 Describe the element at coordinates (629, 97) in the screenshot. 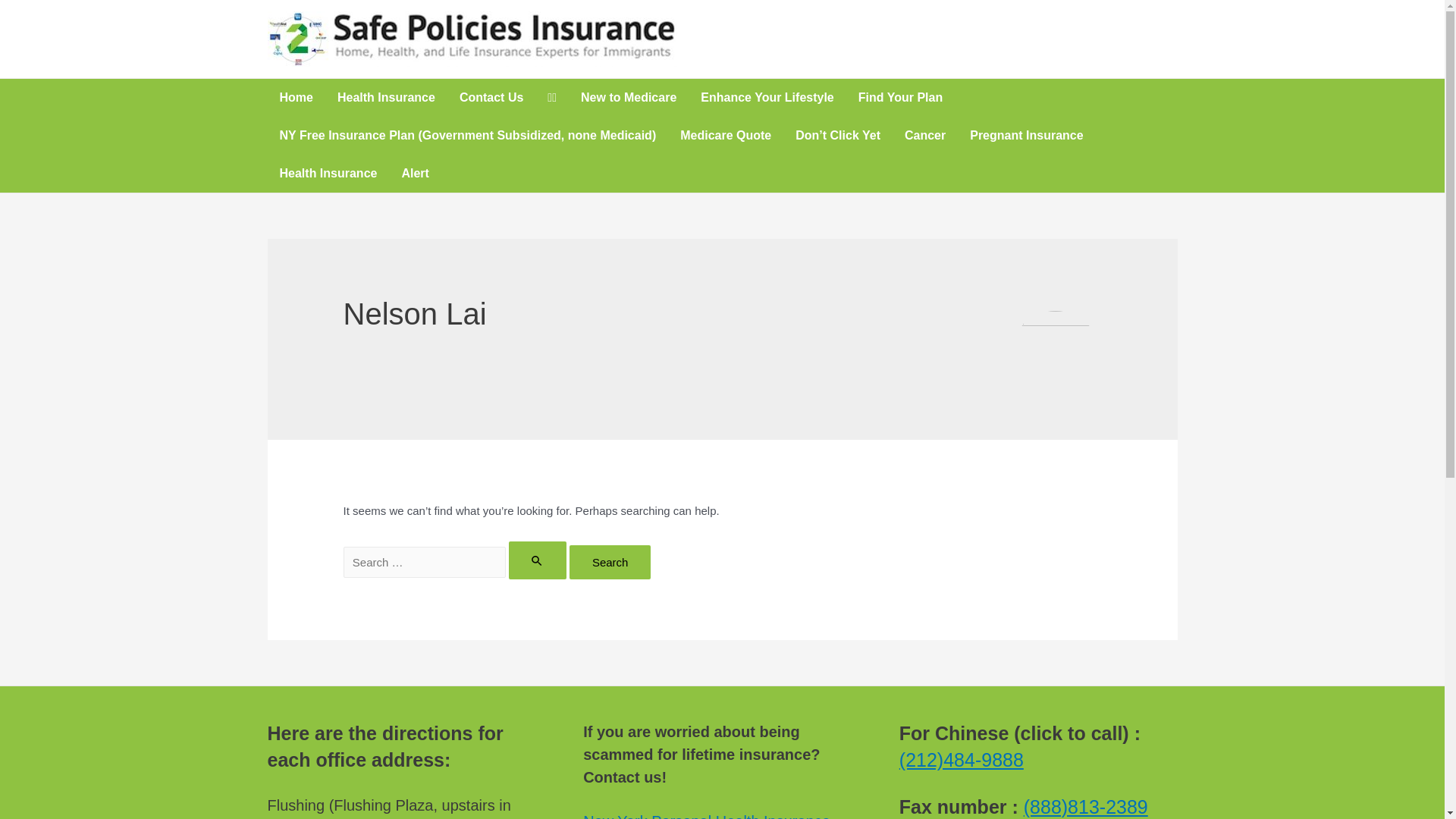

I see `'New to Medicare'` at that location.